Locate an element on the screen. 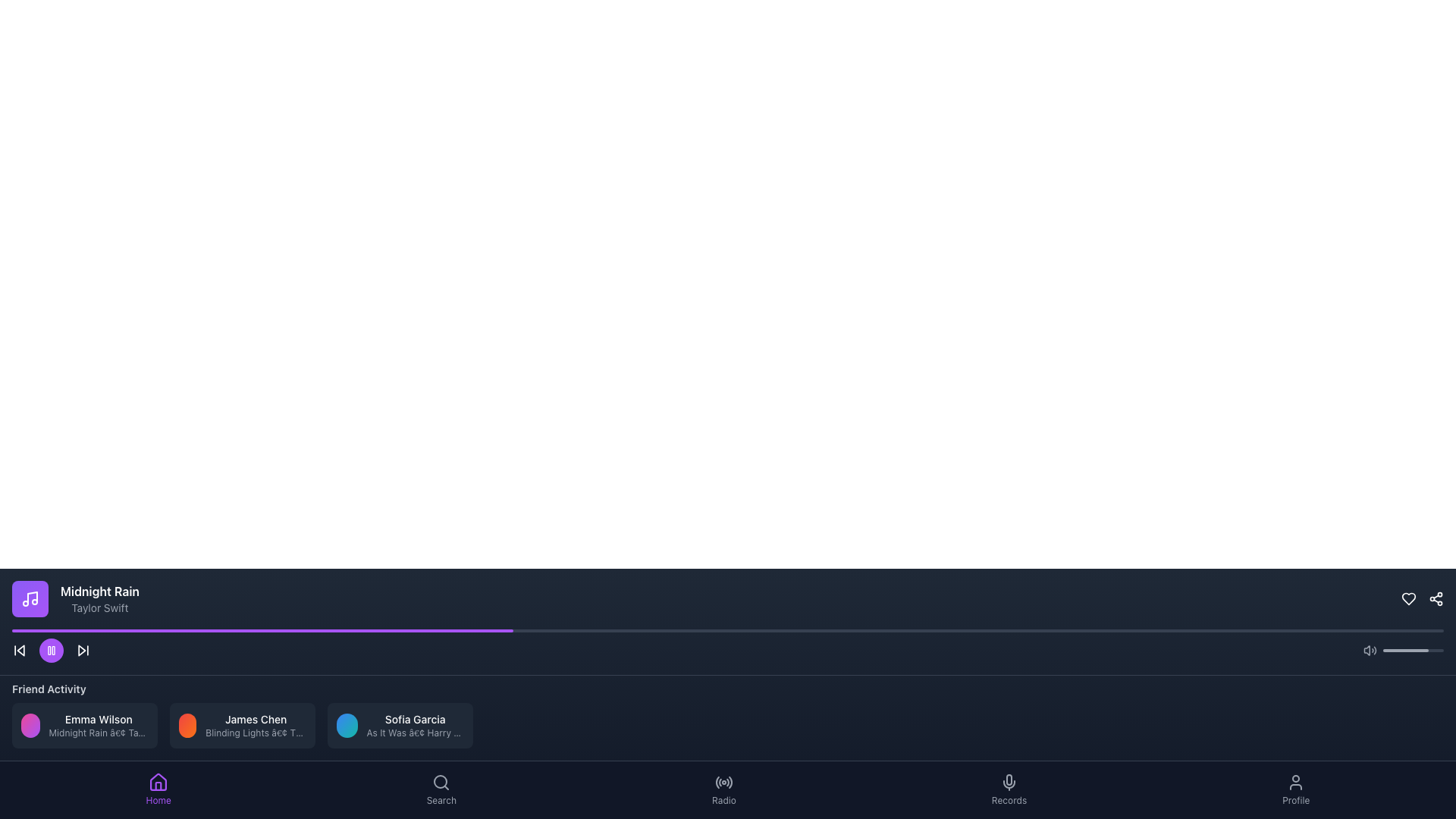  the progress bar of the Media control bar located at the bottom-center of the interface to change the playback position is located at coordinates (728, 646).